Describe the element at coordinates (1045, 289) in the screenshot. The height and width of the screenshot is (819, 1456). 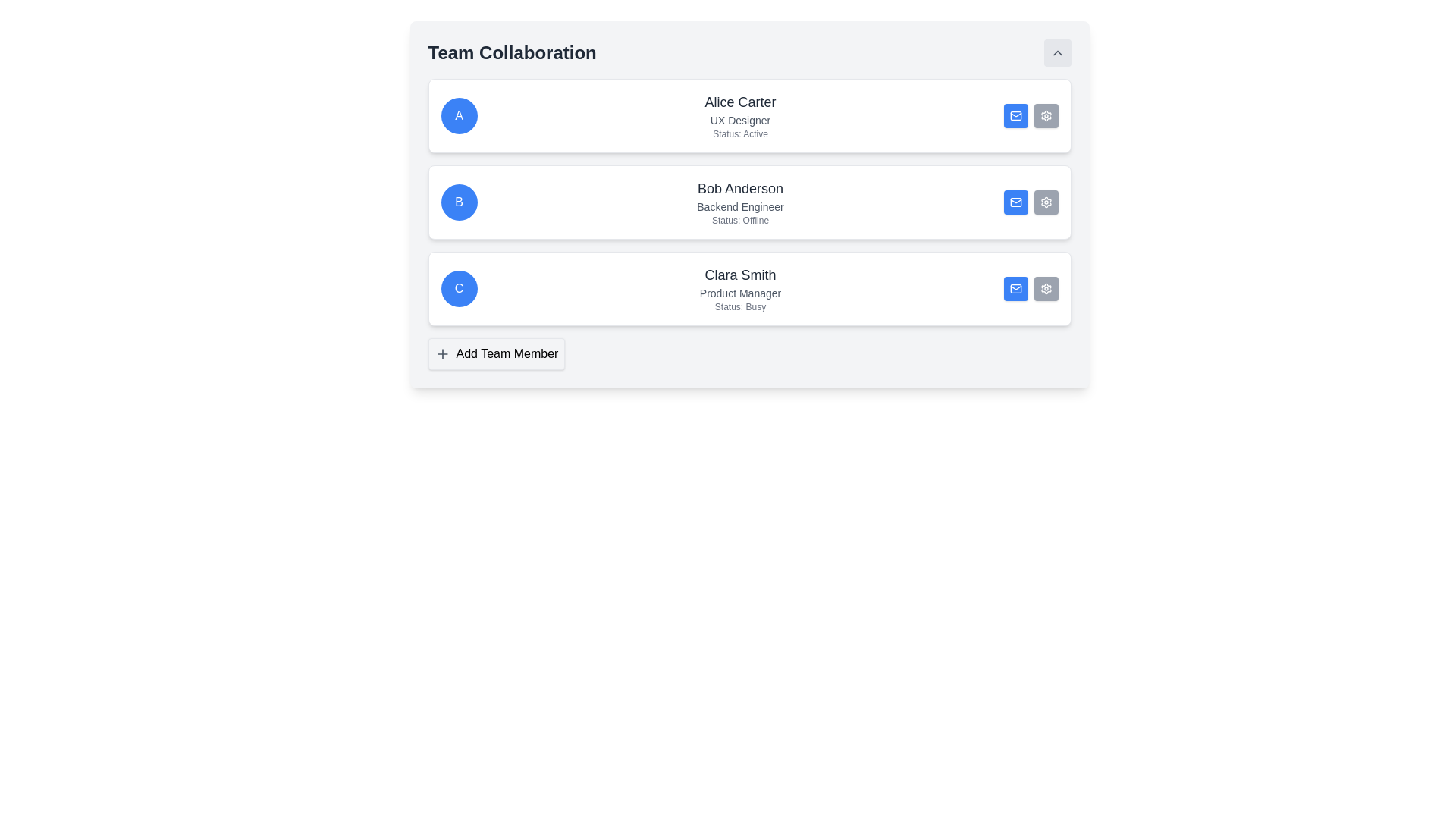
I see `the small circular button featuring a gear icon at the center, located to the right of the blue email icon in the team collaboration interface` at that location.